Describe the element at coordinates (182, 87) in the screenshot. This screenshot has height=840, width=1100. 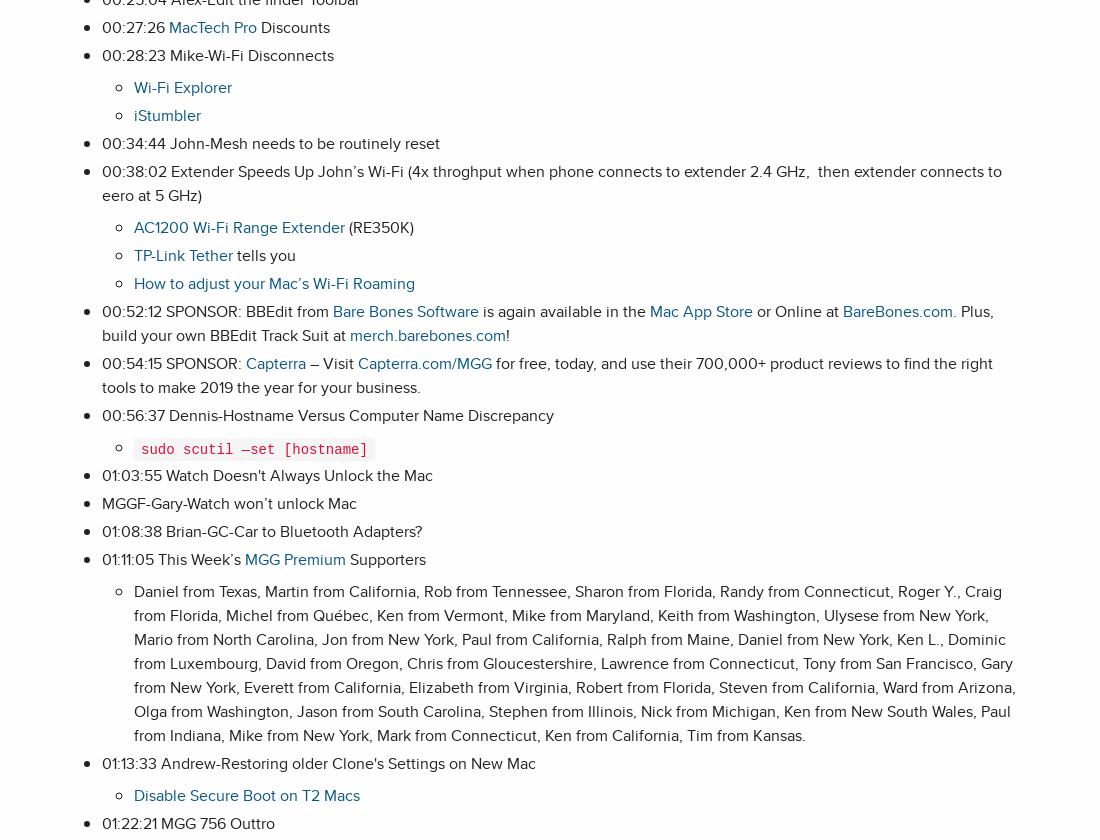
I see `'Wi-Fi Explorer'` at that location.